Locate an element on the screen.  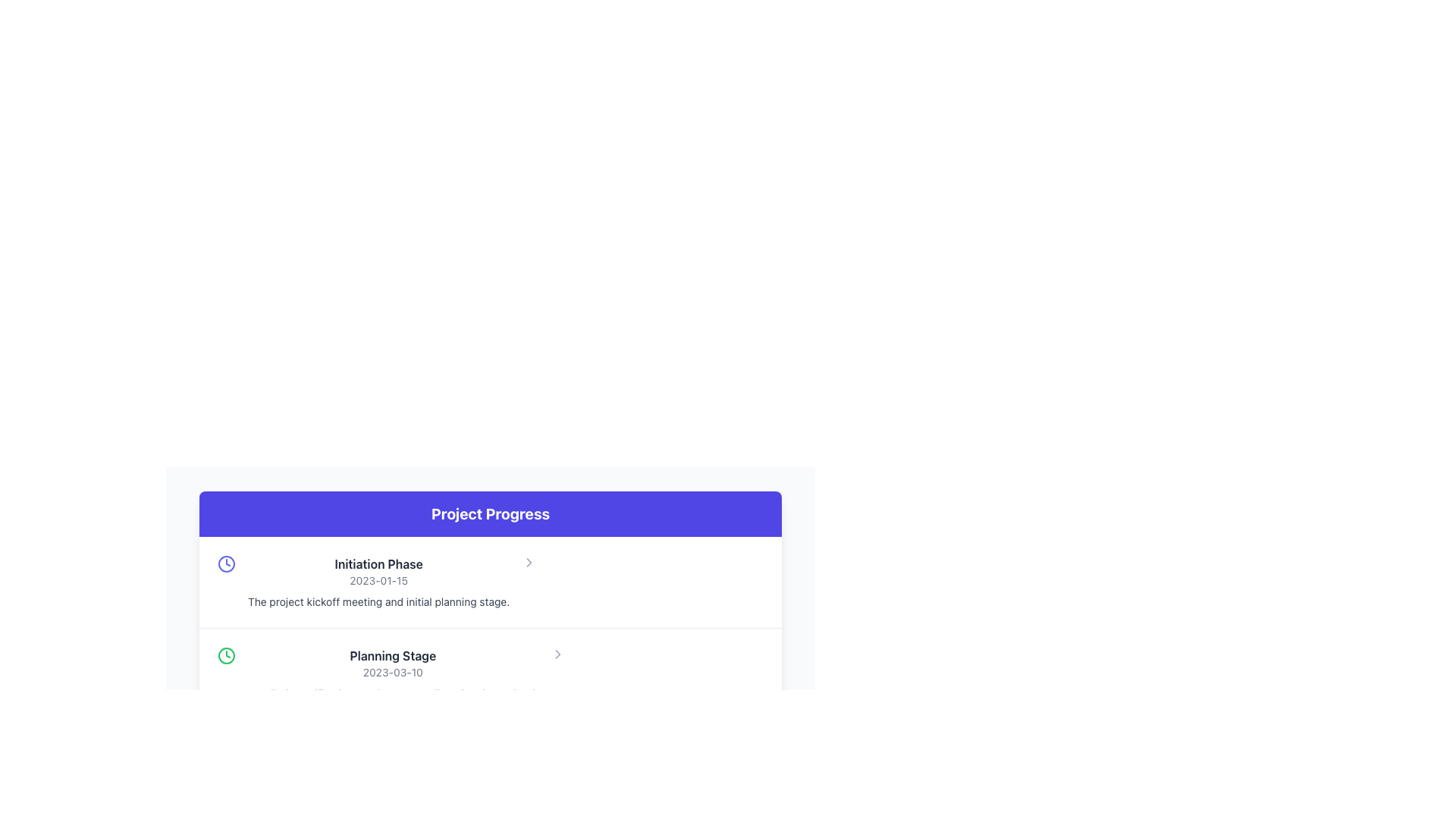
the text label reading '2023-03-10', which is styled in gray and located beneath the title 'Planning Stage' in the 'Project Progress' section is located at coordinates (393, 672).